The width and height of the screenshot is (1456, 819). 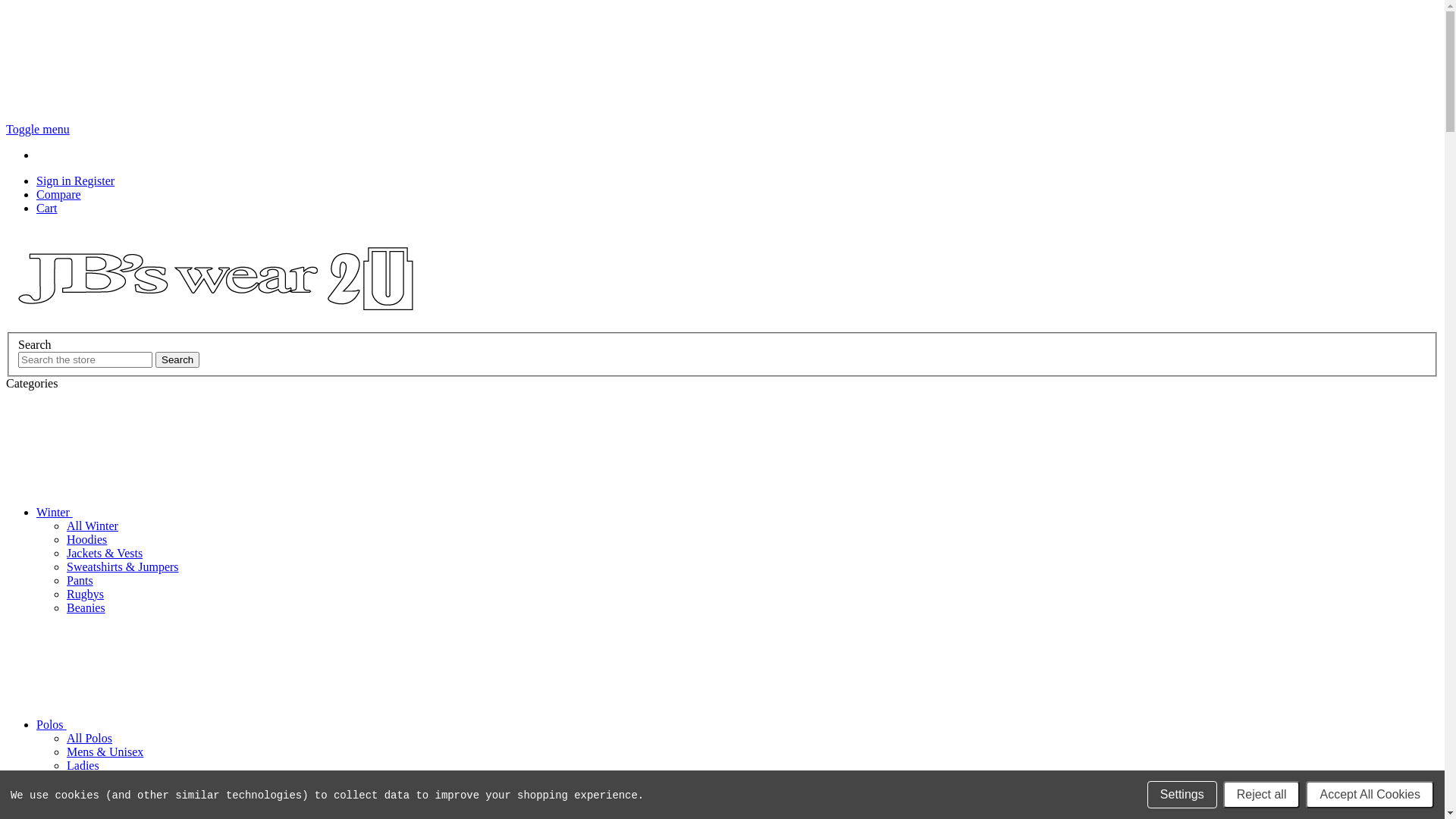 I want to click on 'Jackets & Vests', so click(x=65, y=553).